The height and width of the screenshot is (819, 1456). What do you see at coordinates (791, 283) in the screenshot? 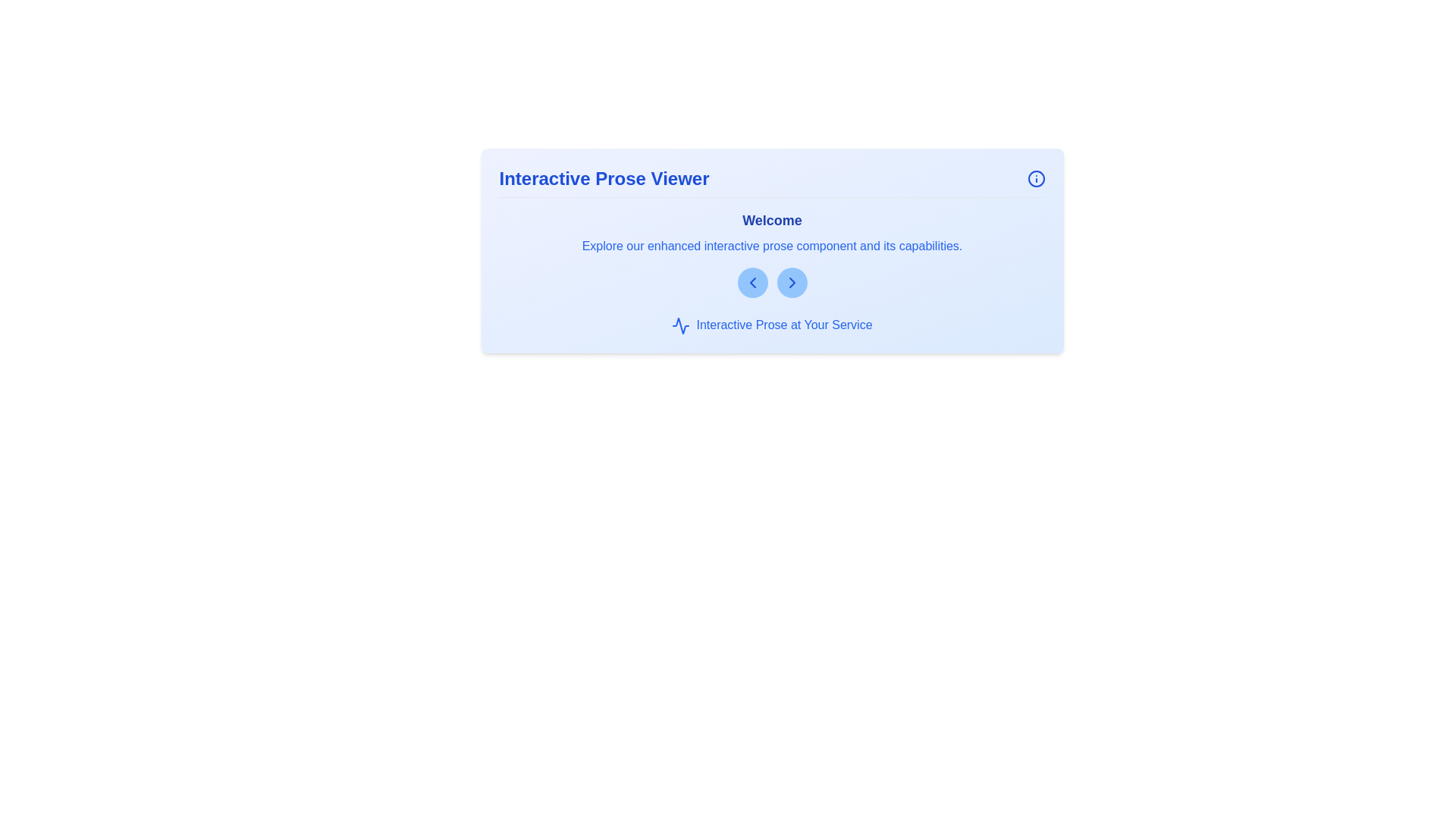
I see `the Chevron Right icon located at the bottom center of the card to trigger additional effects` at bounding box center [791, 283].